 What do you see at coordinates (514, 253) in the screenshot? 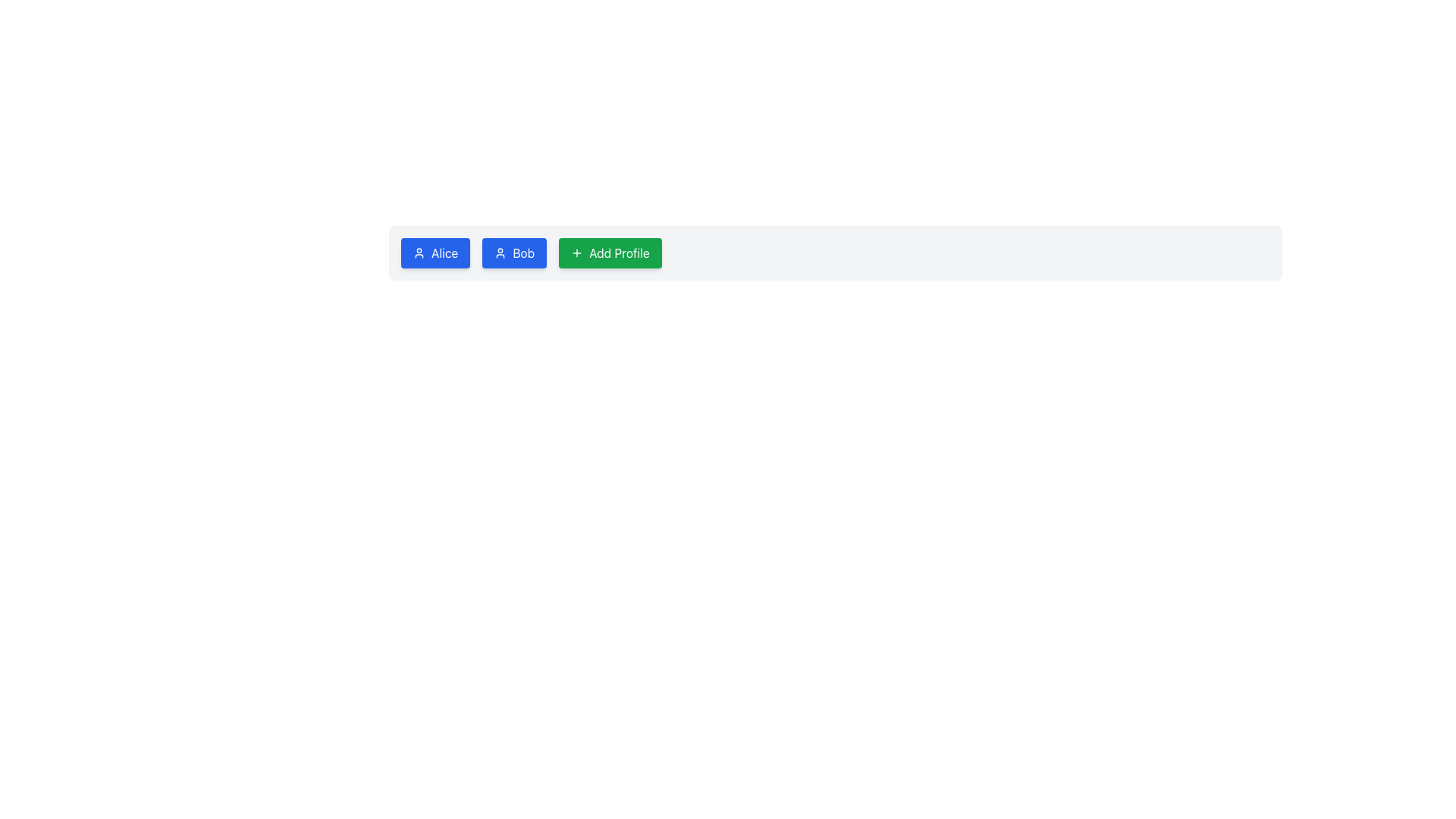
I see `the button representing user 'Bob', which is the second of three horizontally aligned buttons, to trigger the hover effect` at bounding box center [514, 253].